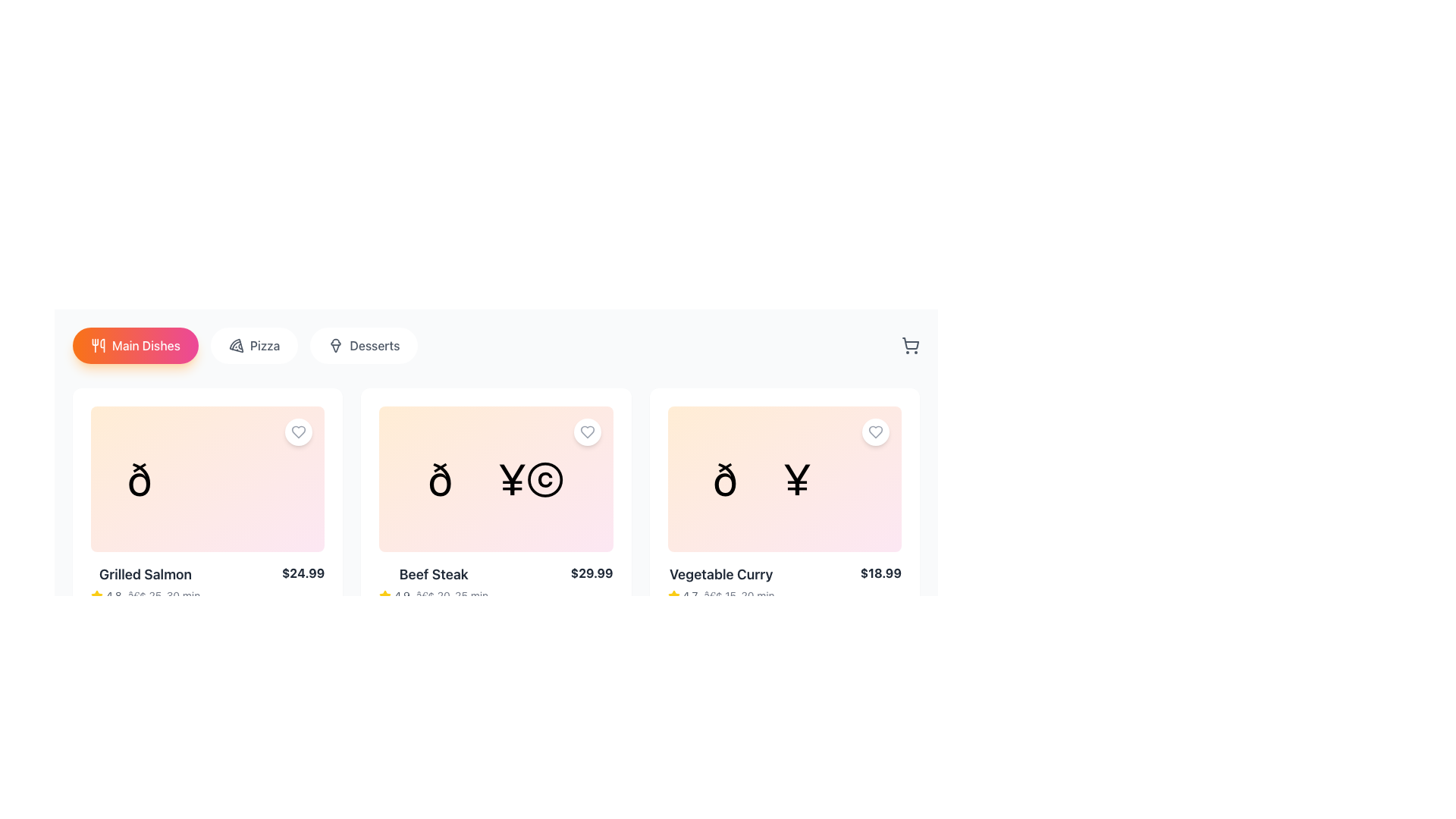 The image size is (1456, 819). I want to click on the second interactive card representing 'Beef Steak' in the 'Main Dishes' category, so click(496, 479).